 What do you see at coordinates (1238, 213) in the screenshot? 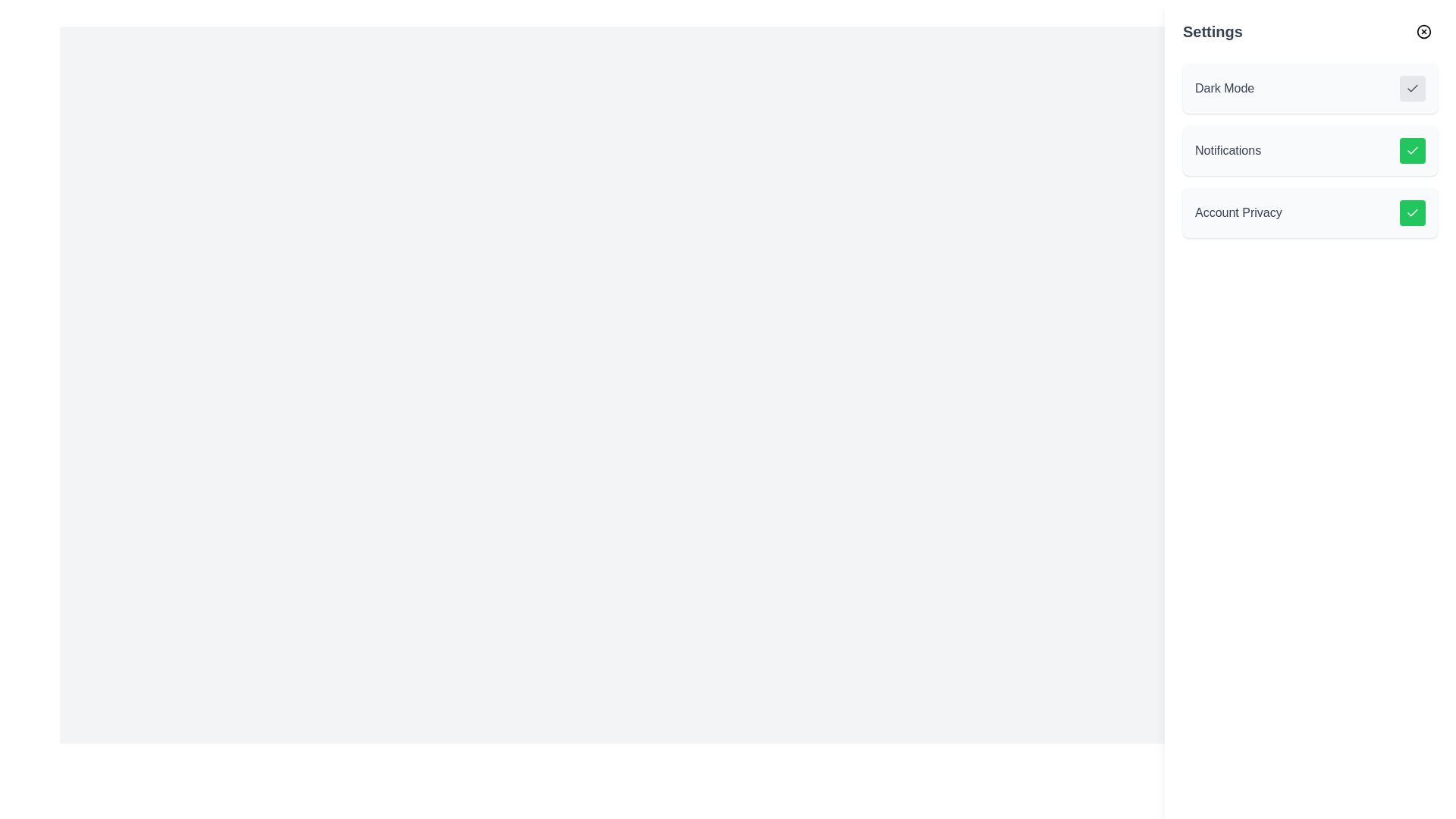
I see `the 'Account Privacy' text label located in the bottom section of the Settings panel, which indicates the purpose of the setting it is paired with` at bounding box center [1238, 213].